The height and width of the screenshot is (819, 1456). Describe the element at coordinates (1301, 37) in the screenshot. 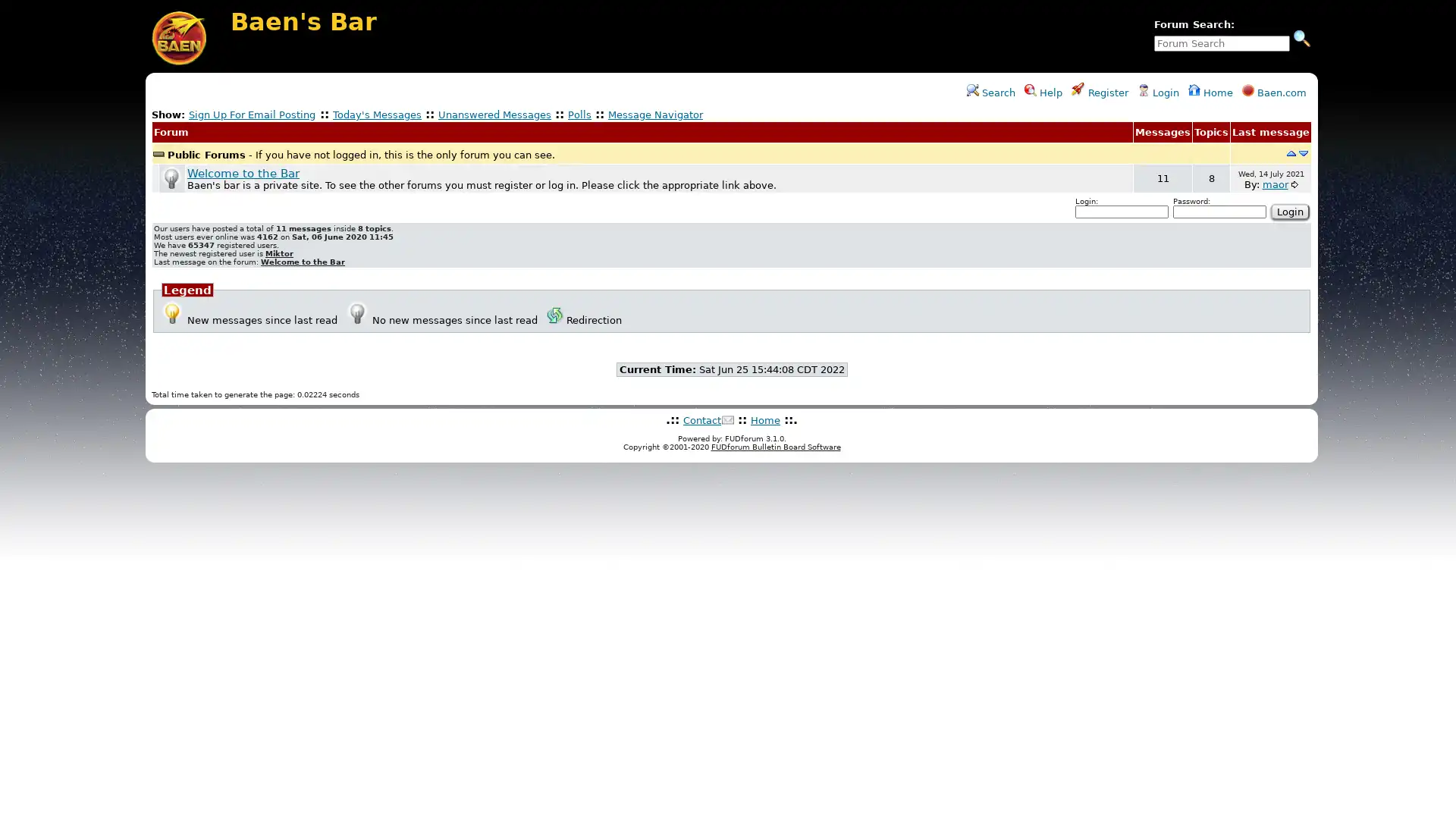

I see `Search` at that location.